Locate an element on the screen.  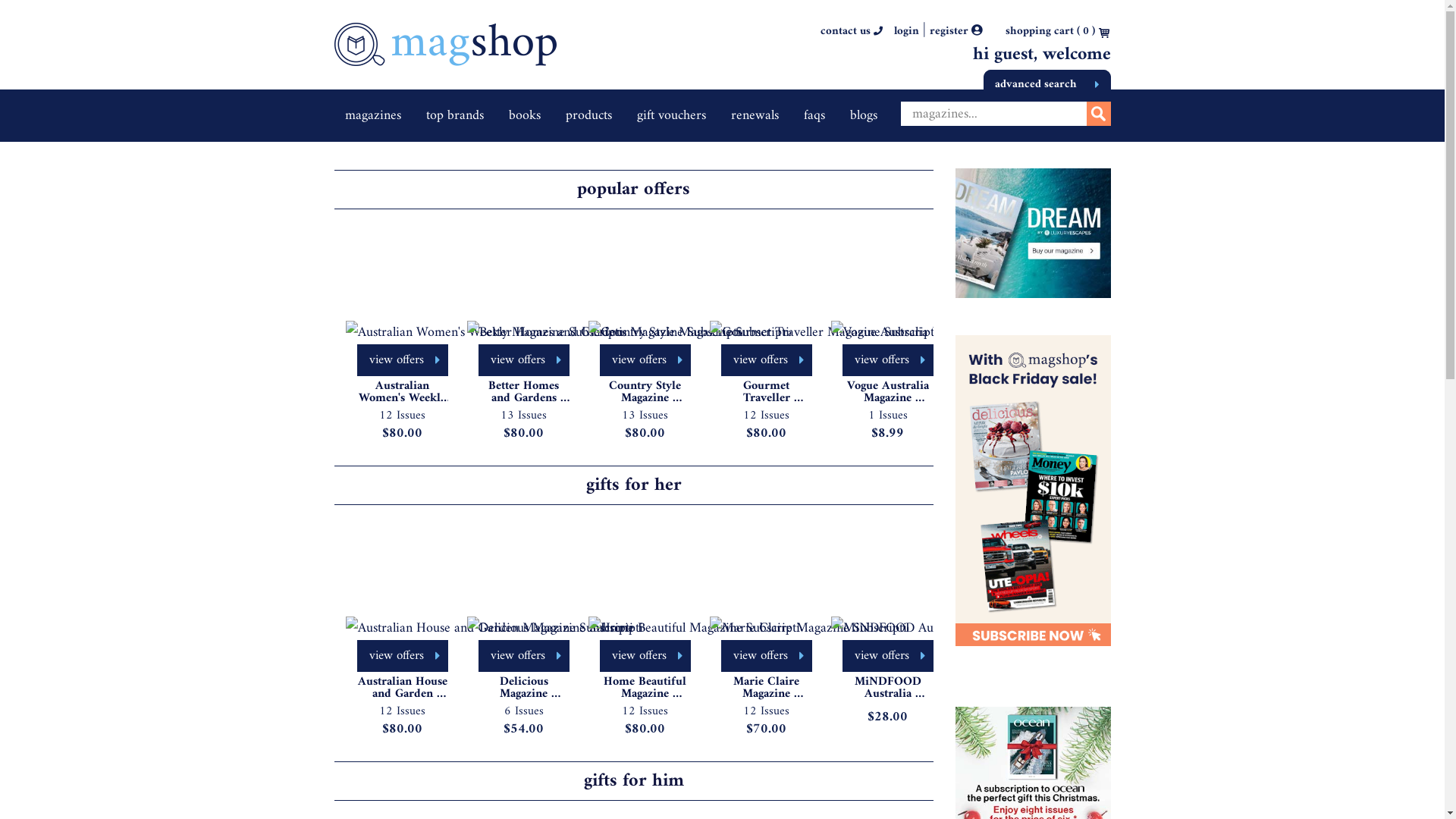
'blogs' is located at coordinates (862, 115).